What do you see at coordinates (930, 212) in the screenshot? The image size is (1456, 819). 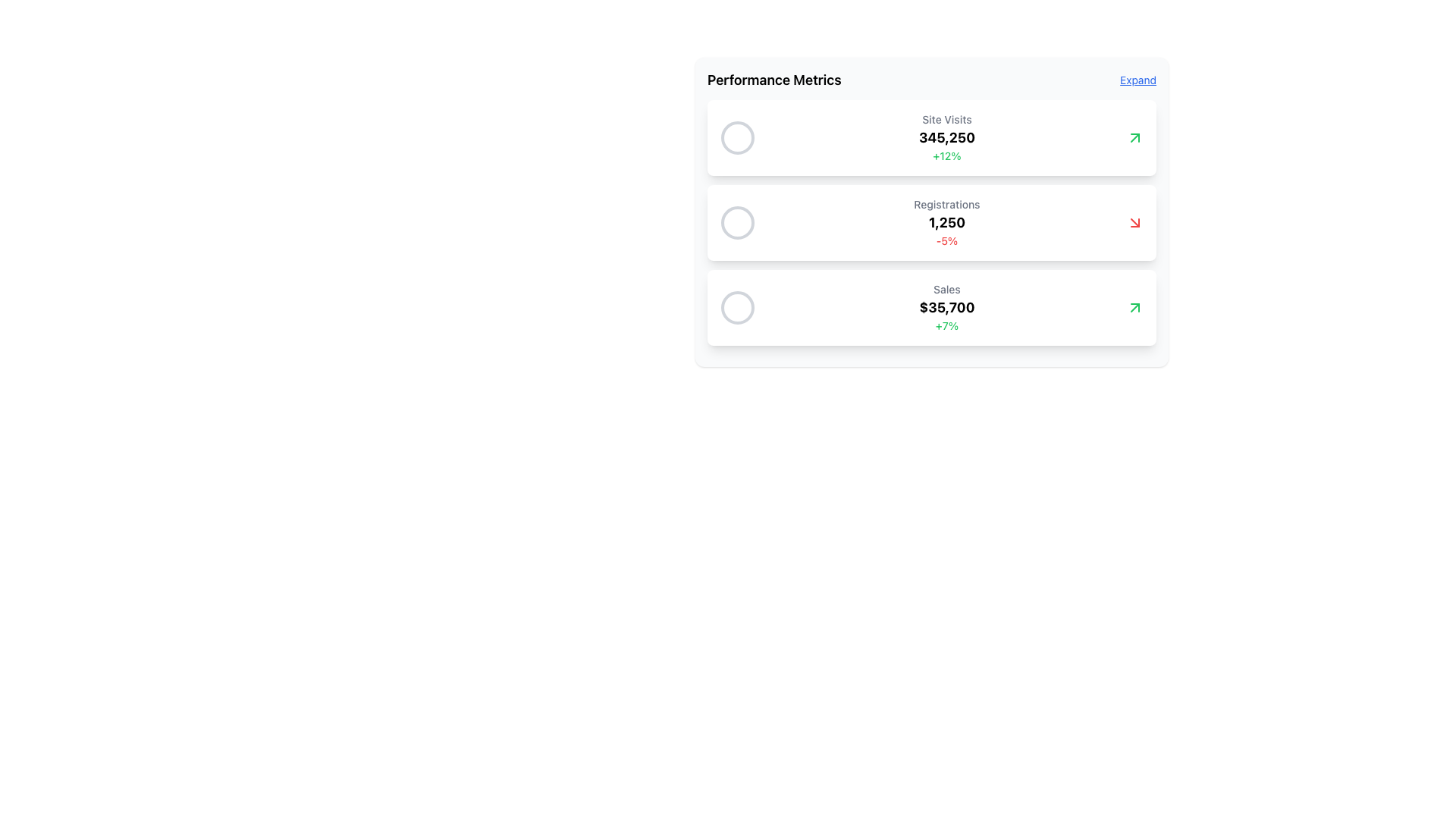 I see `the information displayed in the second card with a gray background and rounded corners, located beneath the 'Site Visits' card and above the 'Sales' card` at bounding box center [930, 212].